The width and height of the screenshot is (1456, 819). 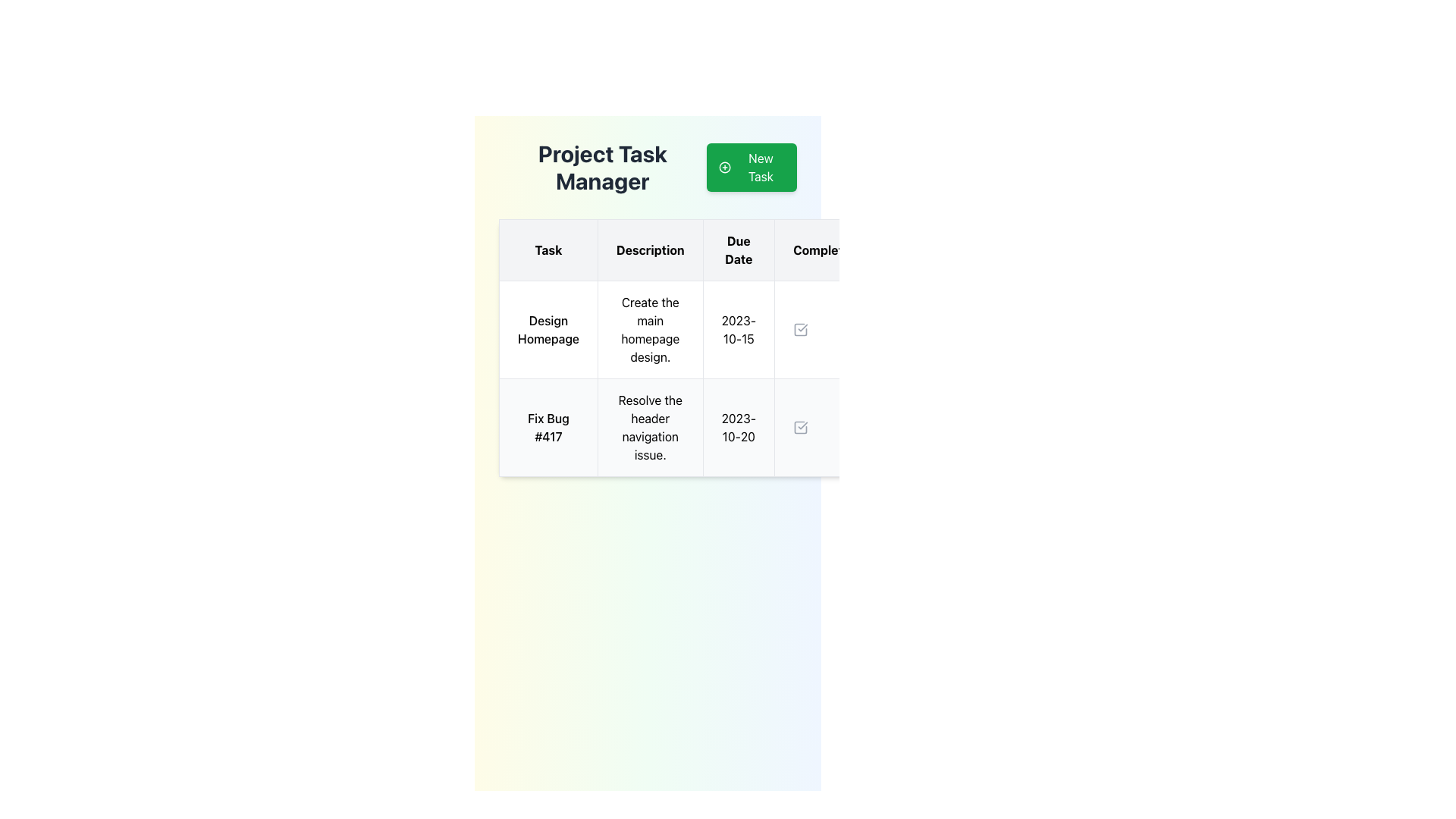 What do you see at coordinates (821, 249) in the screenshot?
I see `the table header cell containing the text 'Complete', located in the fourth column of the grid header` at bounding box center [821, 249].